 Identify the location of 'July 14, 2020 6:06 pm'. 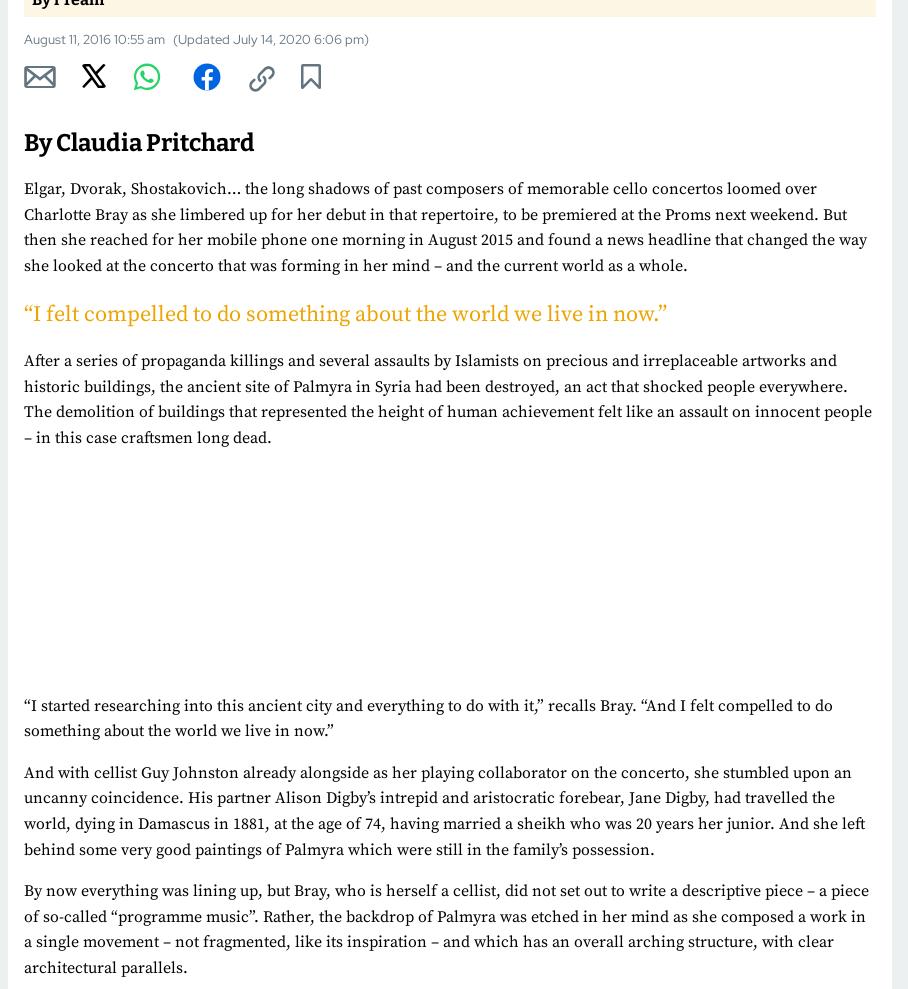
(298, 38).